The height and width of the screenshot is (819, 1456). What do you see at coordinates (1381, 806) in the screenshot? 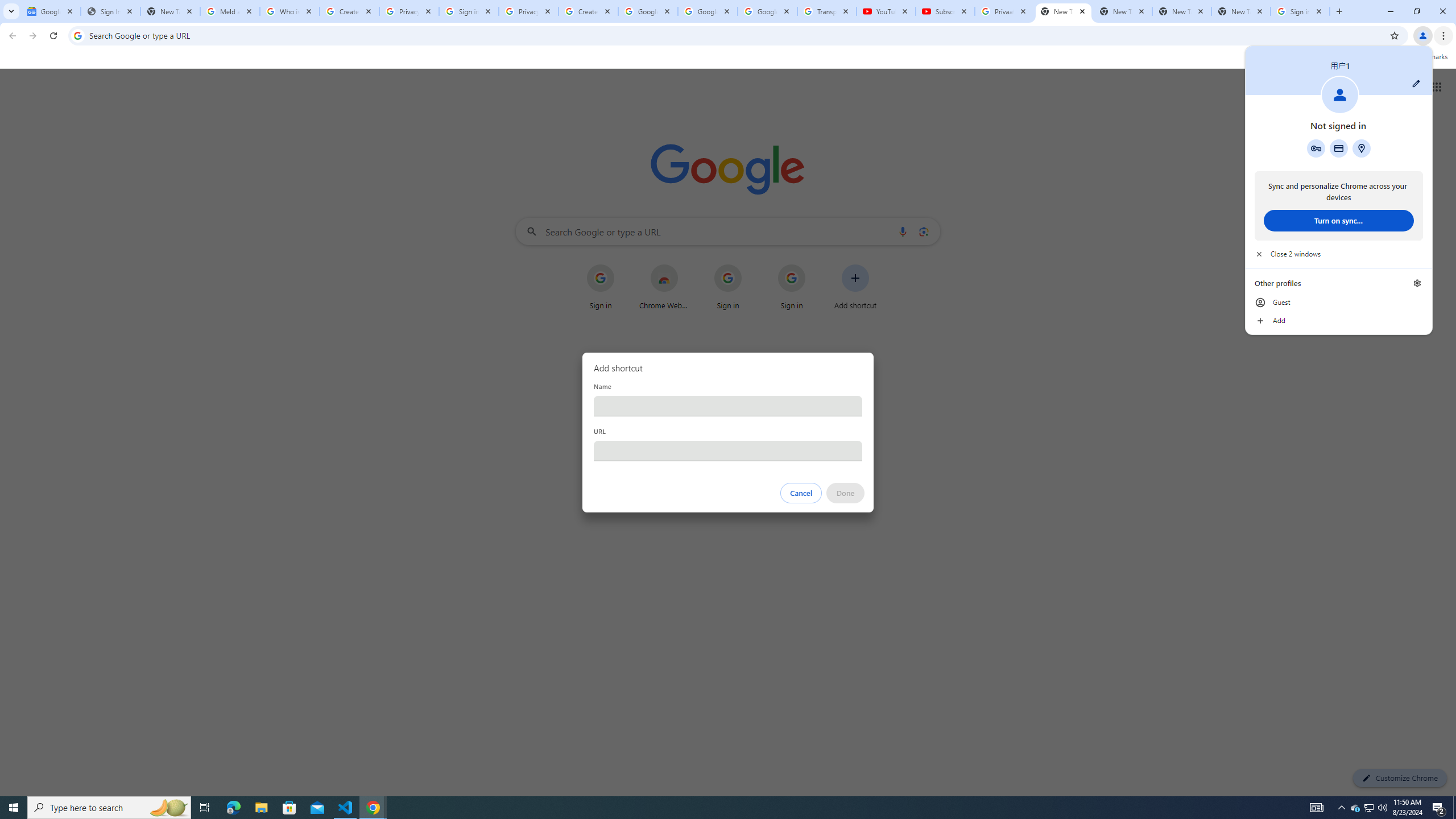
I see `'Q2790: 100%'` at bounding box center [1381, 806].